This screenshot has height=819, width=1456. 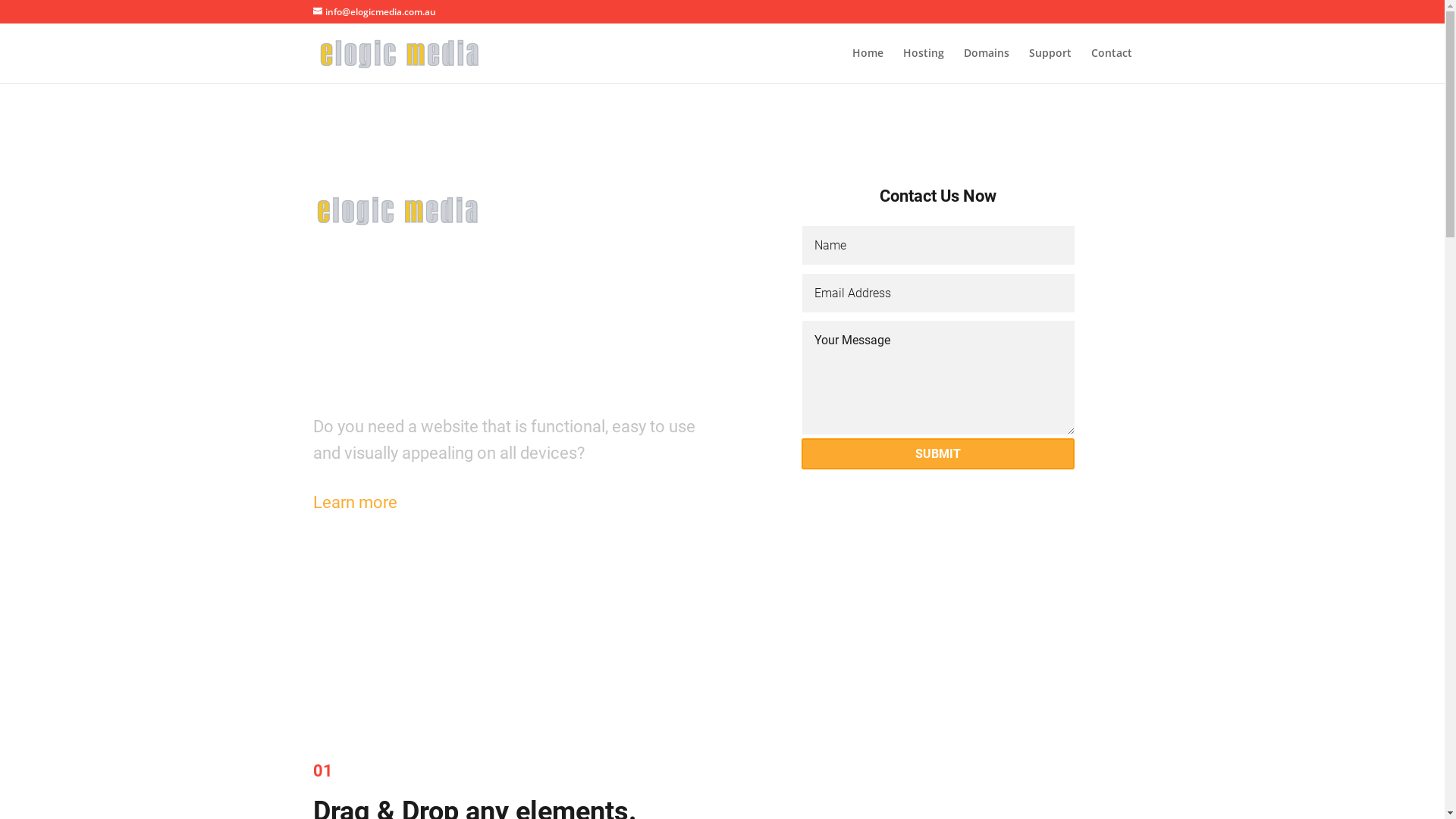 I want to click on 'Learn more', so click(x=312, y=502).